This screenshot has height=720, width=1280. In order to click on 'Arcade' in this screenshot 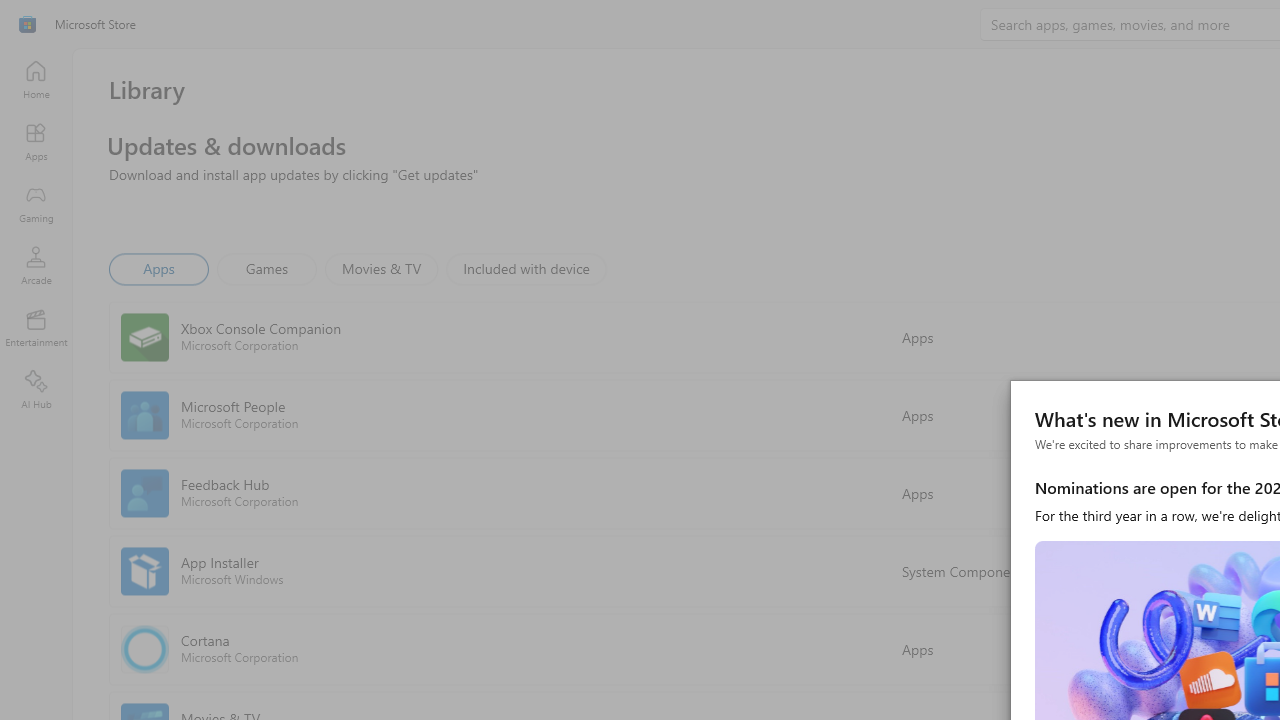, I will do `click(35, 264)`.